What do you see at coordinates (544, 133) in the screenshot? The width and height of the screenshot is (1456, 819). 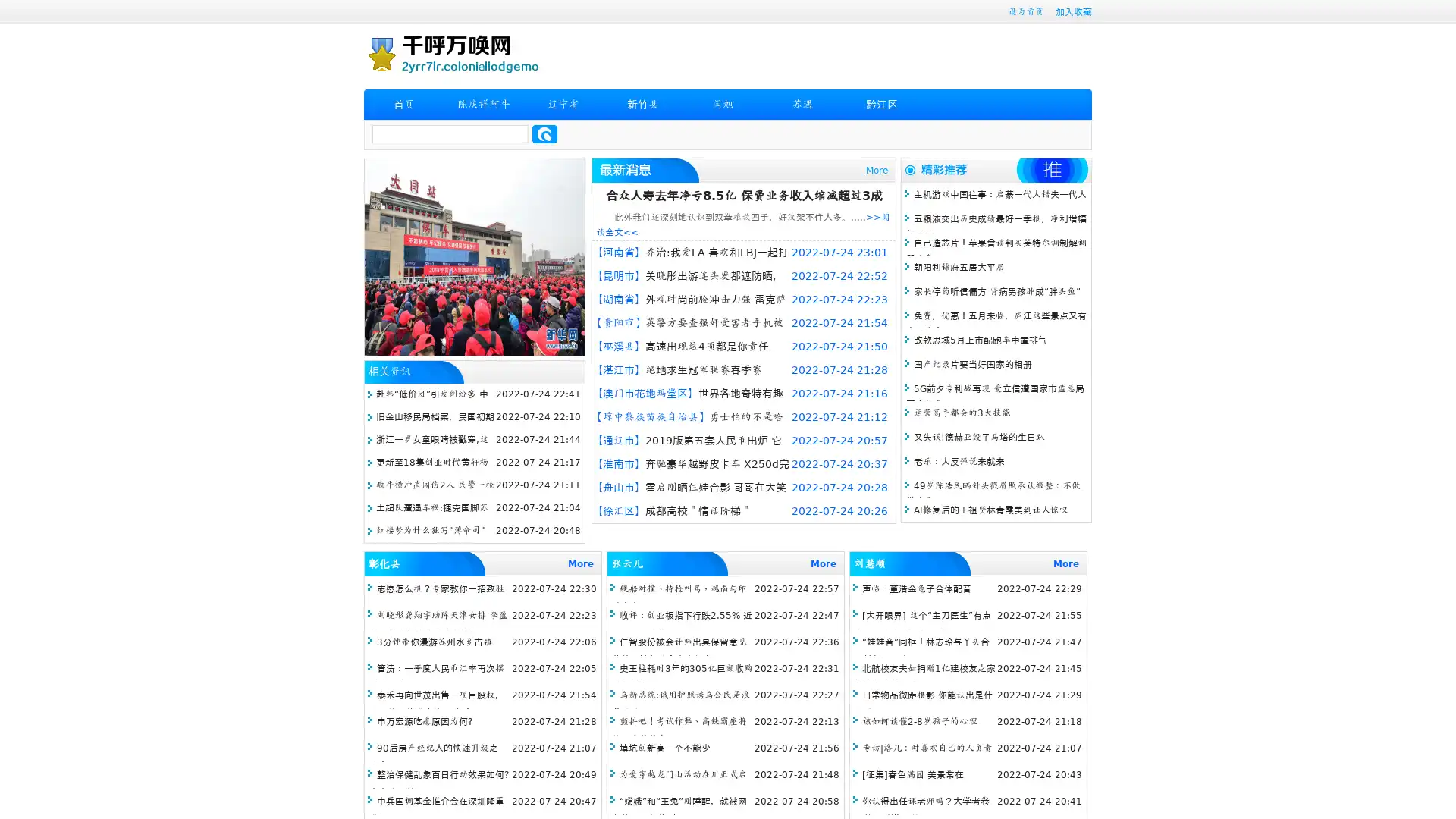 I see `Search` at bounding box center [544, 133].